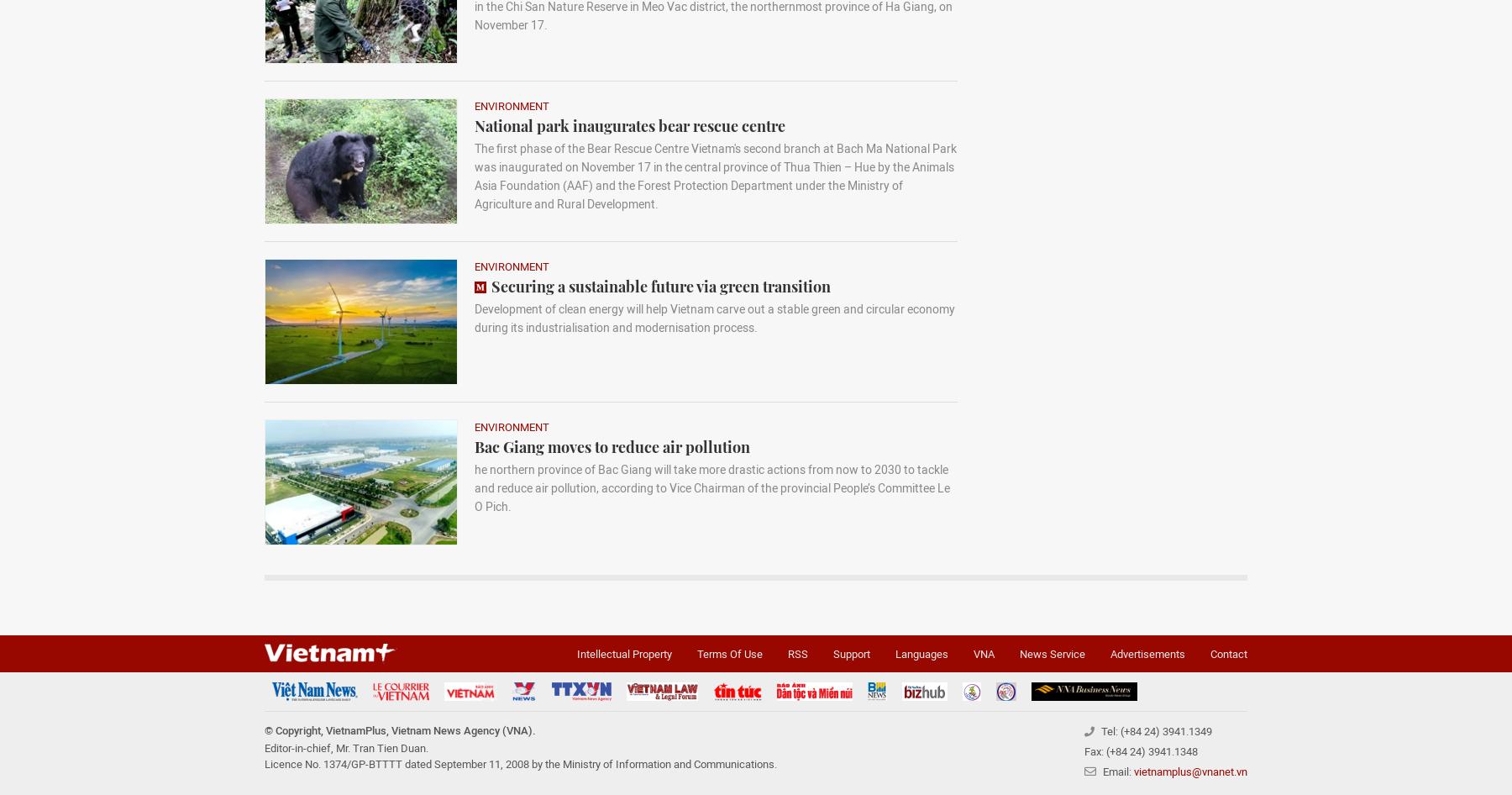 The height and width of the screenshot is (795, 1512). I want to click on 'Tuesday, August 25, 2015 17:21', so click(394, 736).